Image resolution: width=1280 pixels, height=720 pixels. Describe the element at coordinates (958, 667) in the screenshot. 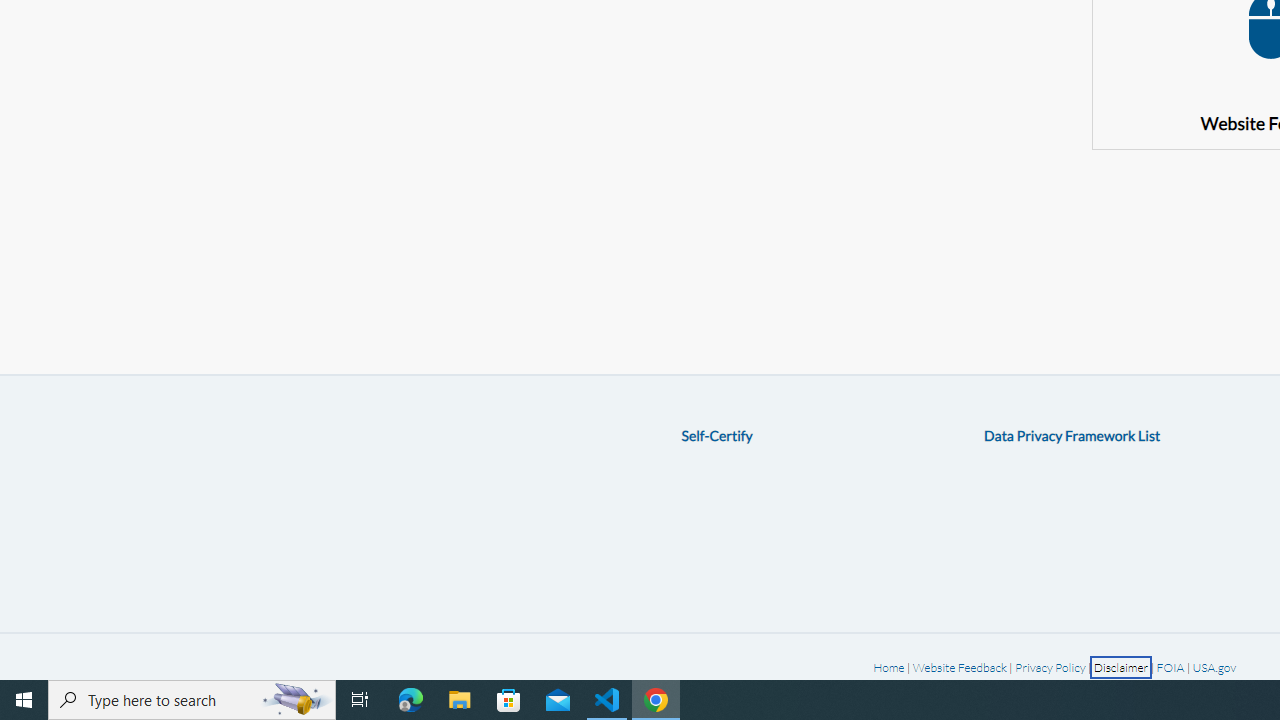

I see `'Website Feedback'` at that location.